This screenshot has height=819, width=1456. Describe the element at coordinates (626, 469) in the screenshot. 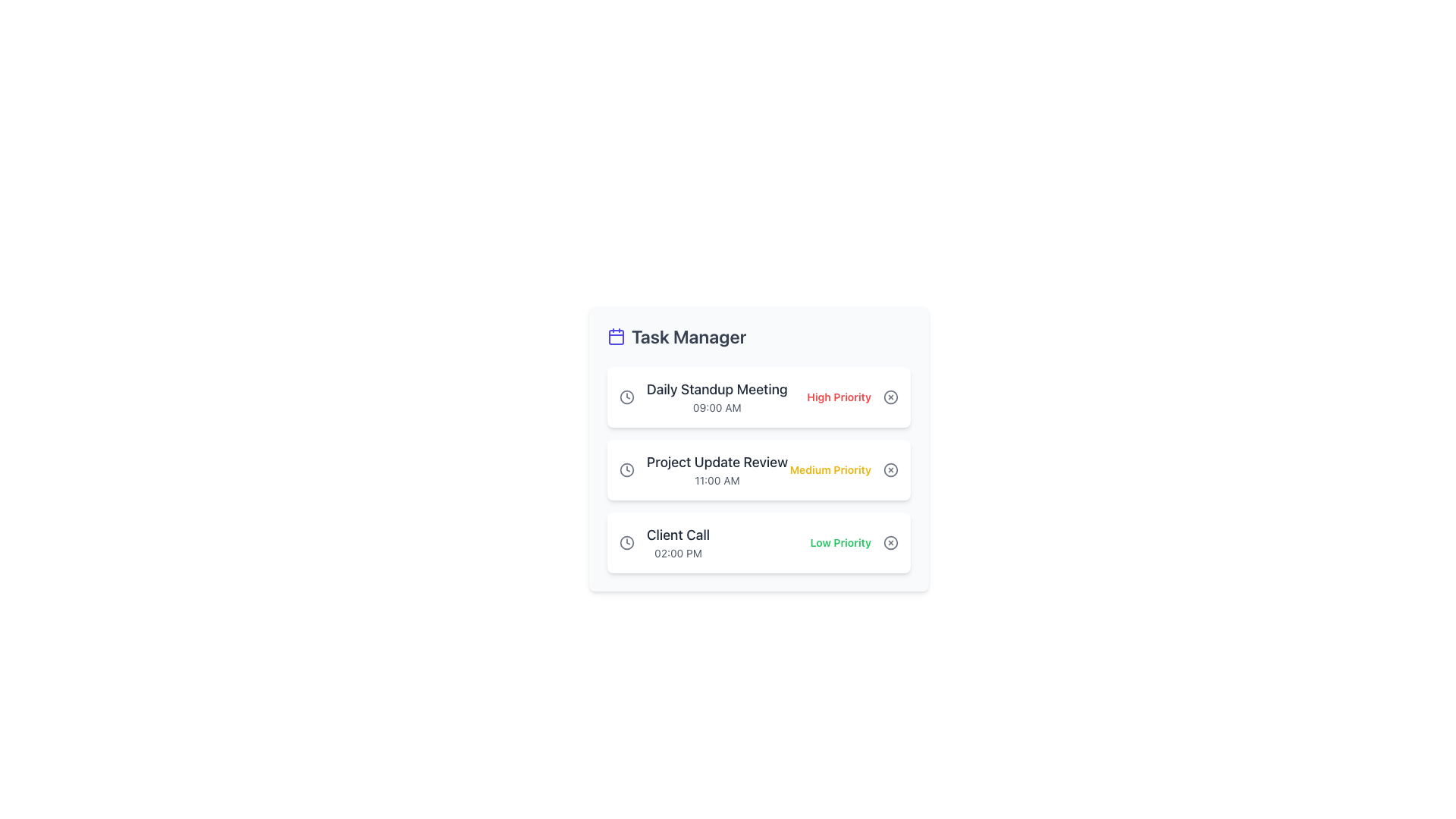

I see `the graphical decorative circle that is part of the SVG clock icon, positioned centrally within the clock face adjacent to the 'Project Update Review' list item` at that location.